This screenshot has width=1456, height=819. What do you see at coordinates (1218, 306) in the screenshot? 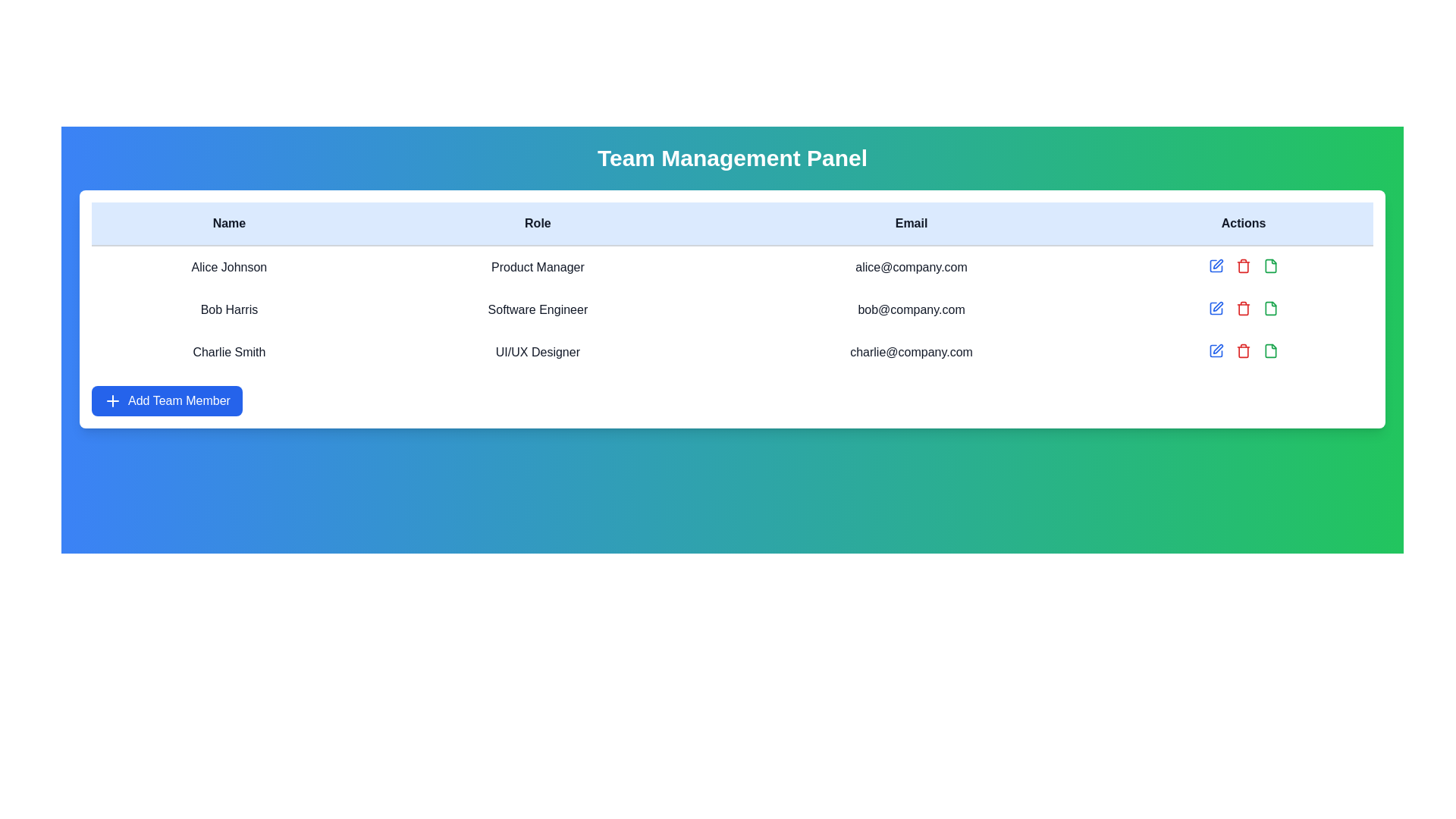
I see `the blue pen-shaped icon in the Actions column of the team management table to initiate editing` at bounding box center [1218, 306].